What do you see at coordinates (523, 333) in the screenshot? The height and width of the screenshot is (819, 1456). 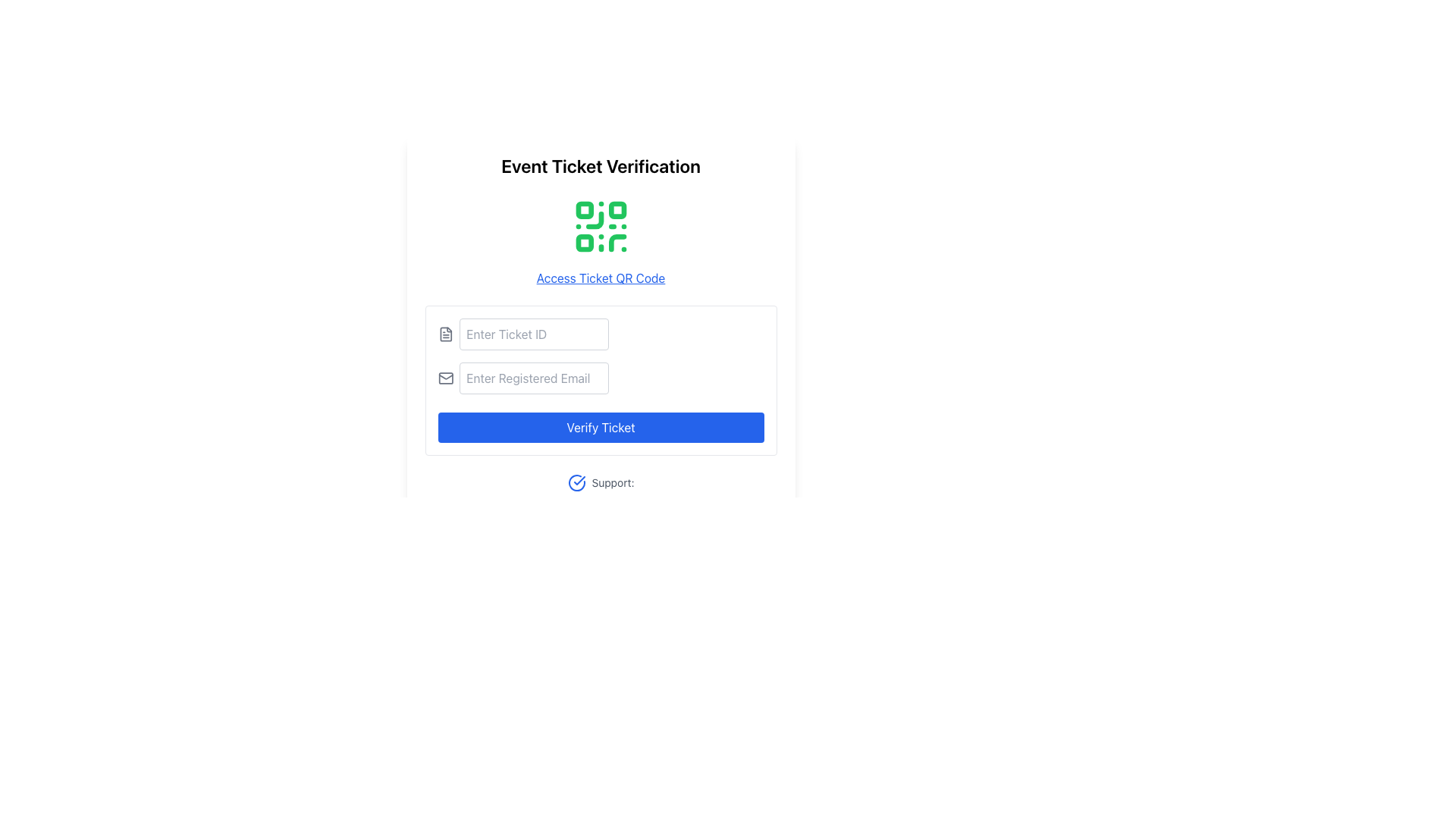 I see `the text input field labeled 'Enter Ticket ID' to focus on it for input` at bounding box center [523, 333].